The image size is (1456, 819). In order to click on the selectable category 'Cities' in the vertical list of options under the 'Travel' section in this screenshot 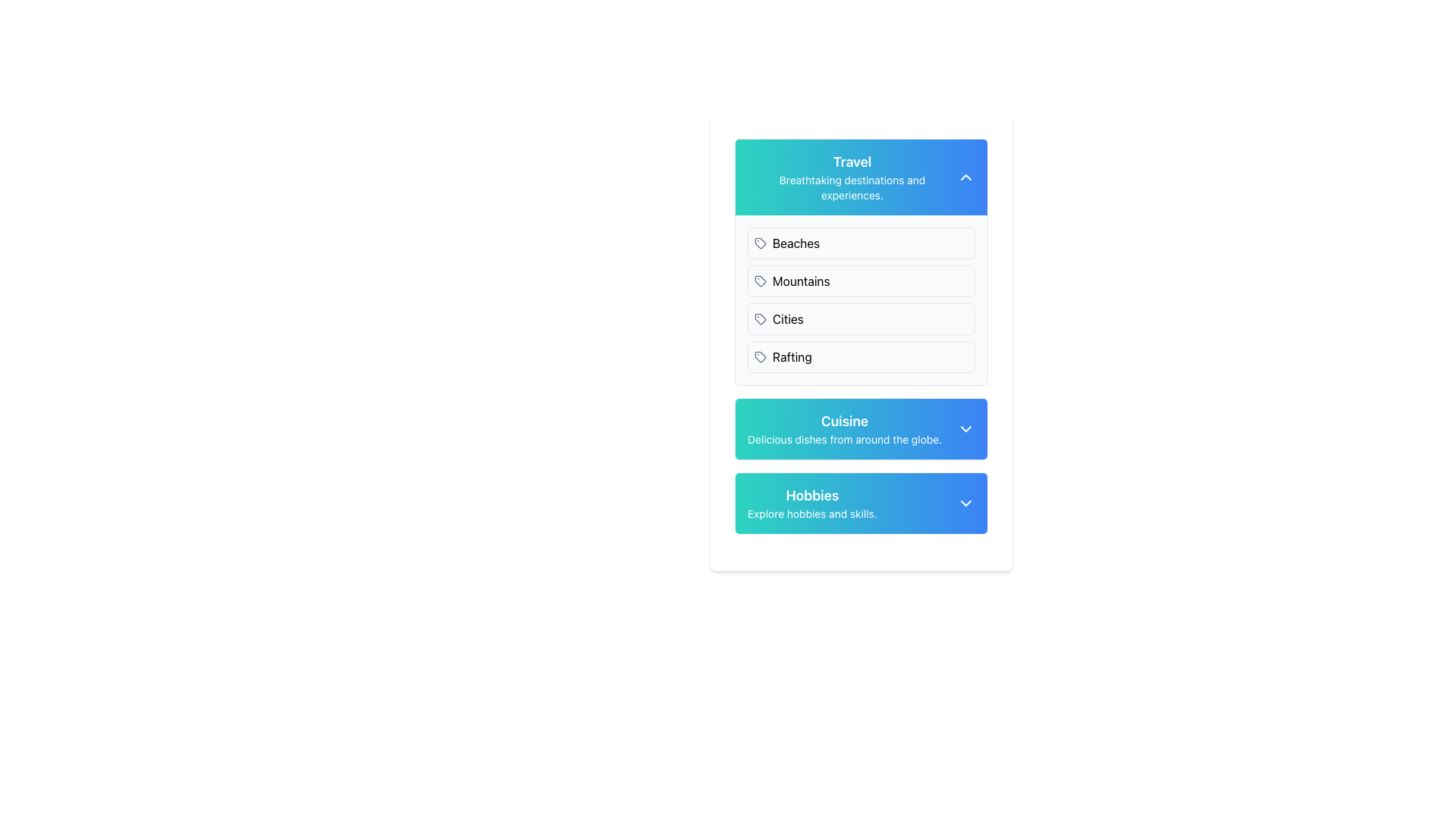, I will do `click(861, 318)`.